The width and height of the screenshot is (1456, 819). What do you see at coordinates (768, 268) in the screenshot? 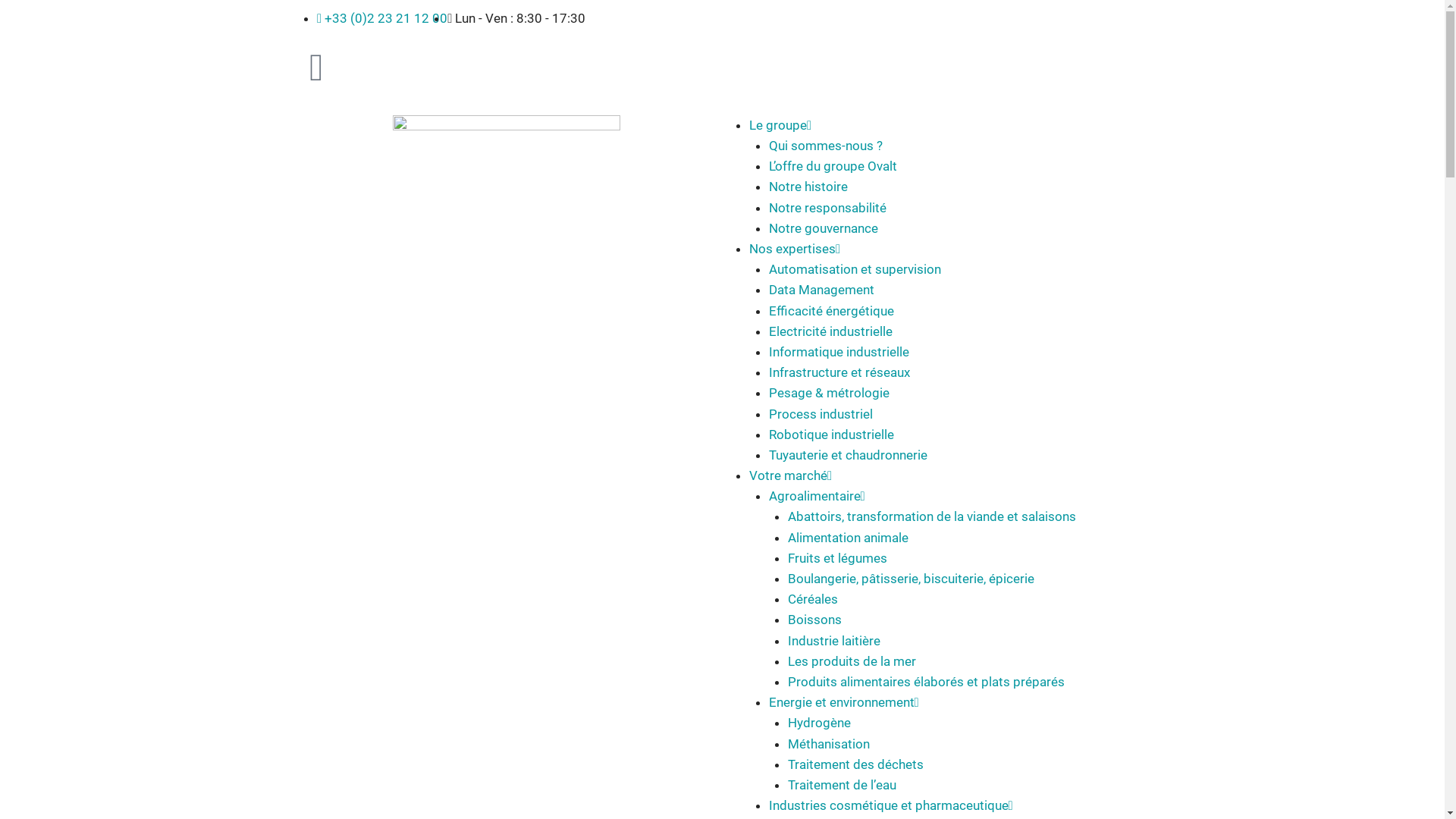
I see `'Automatisation et supervision'` at bounding box center [768, 268].